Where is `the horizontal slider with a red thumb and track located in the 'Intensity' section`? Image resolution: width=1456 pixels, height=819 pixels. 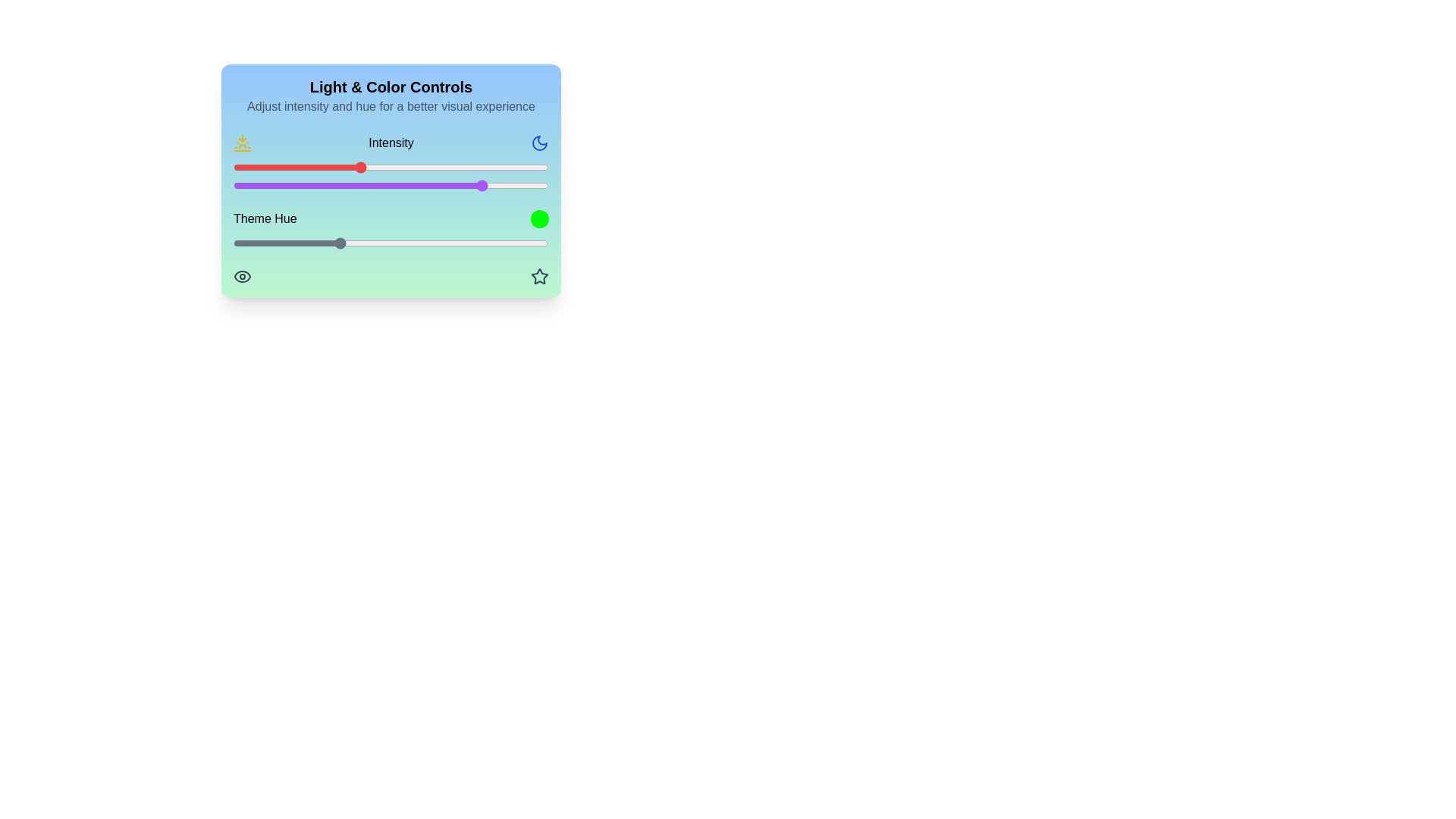
the horizontal slider with a red thumb and track located in the 'Intensity' section is located at coordinates (391, 167).